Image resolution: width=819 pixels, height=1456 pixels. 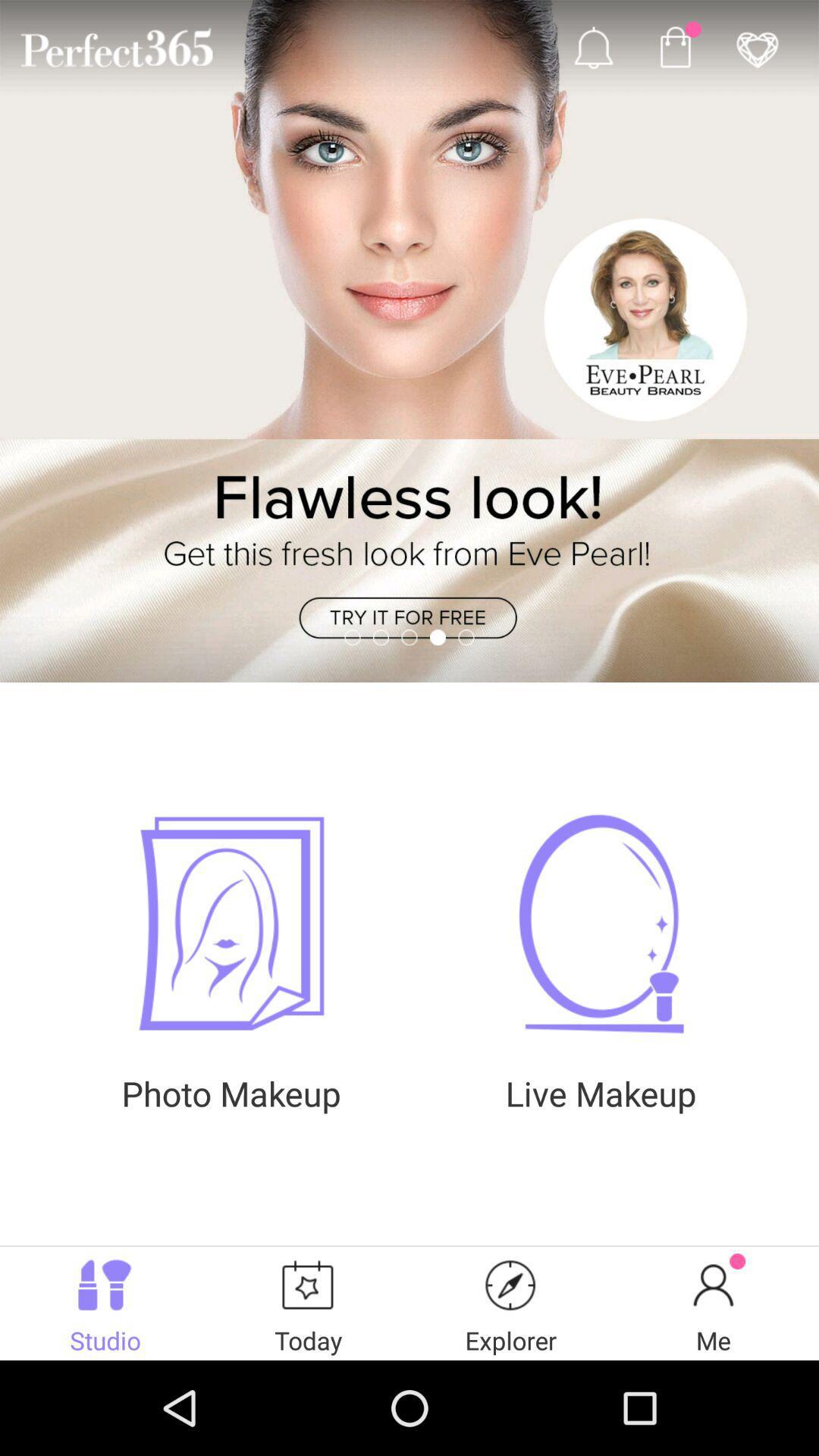 What do you see at coordinates (511, 1284) in the screenshot?
I see `the icon for explorer option` at bounding box center [511, 1284].